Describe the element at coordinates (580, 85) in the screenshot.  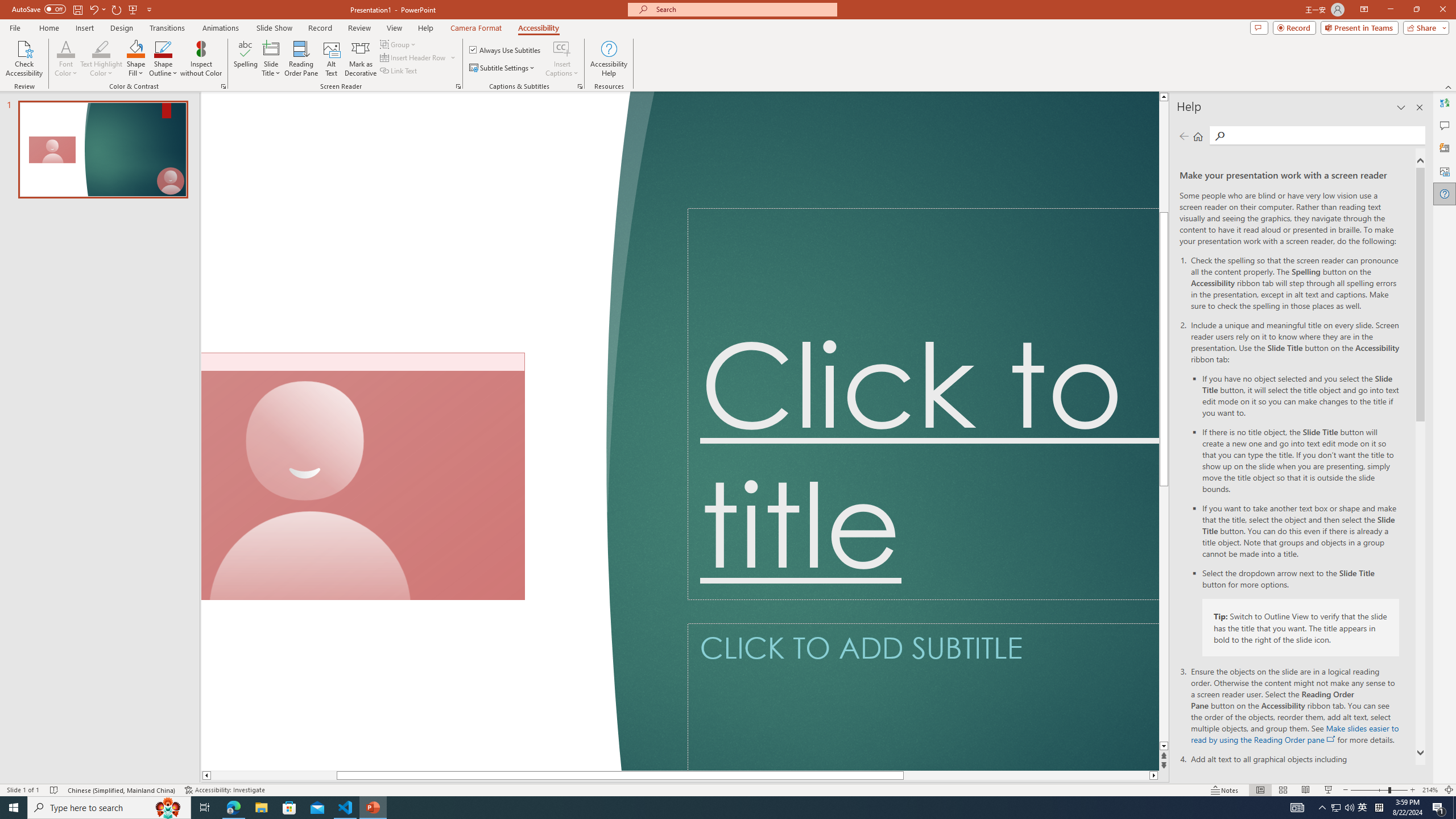
I see `'Captions & Subtitles'` at that location.